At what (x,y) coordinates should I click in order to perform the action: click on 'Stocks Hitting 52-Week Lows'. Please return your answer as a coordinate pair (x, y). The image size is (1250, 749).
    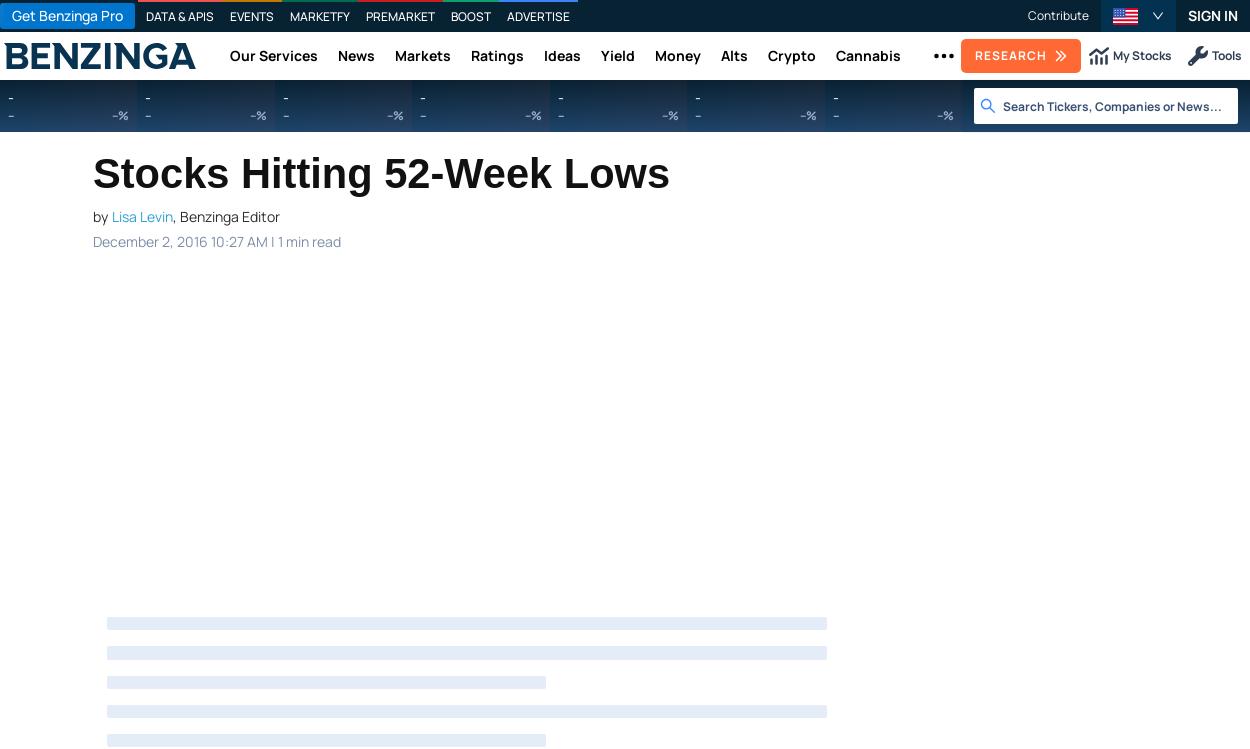
    Looking at the image, I should click on (381, 172).